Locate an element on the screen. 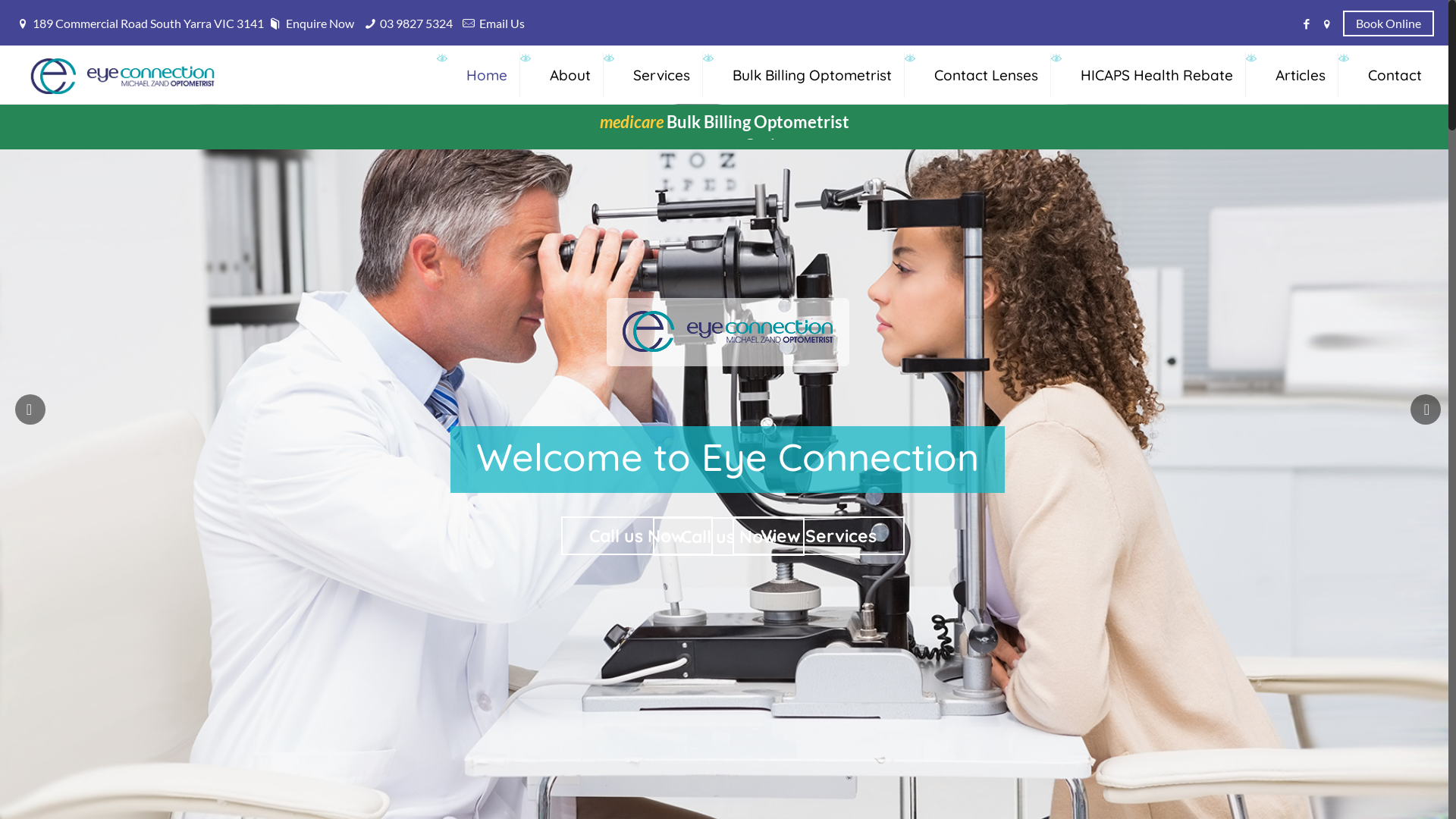  'About' is located at coordinates (570, 74).